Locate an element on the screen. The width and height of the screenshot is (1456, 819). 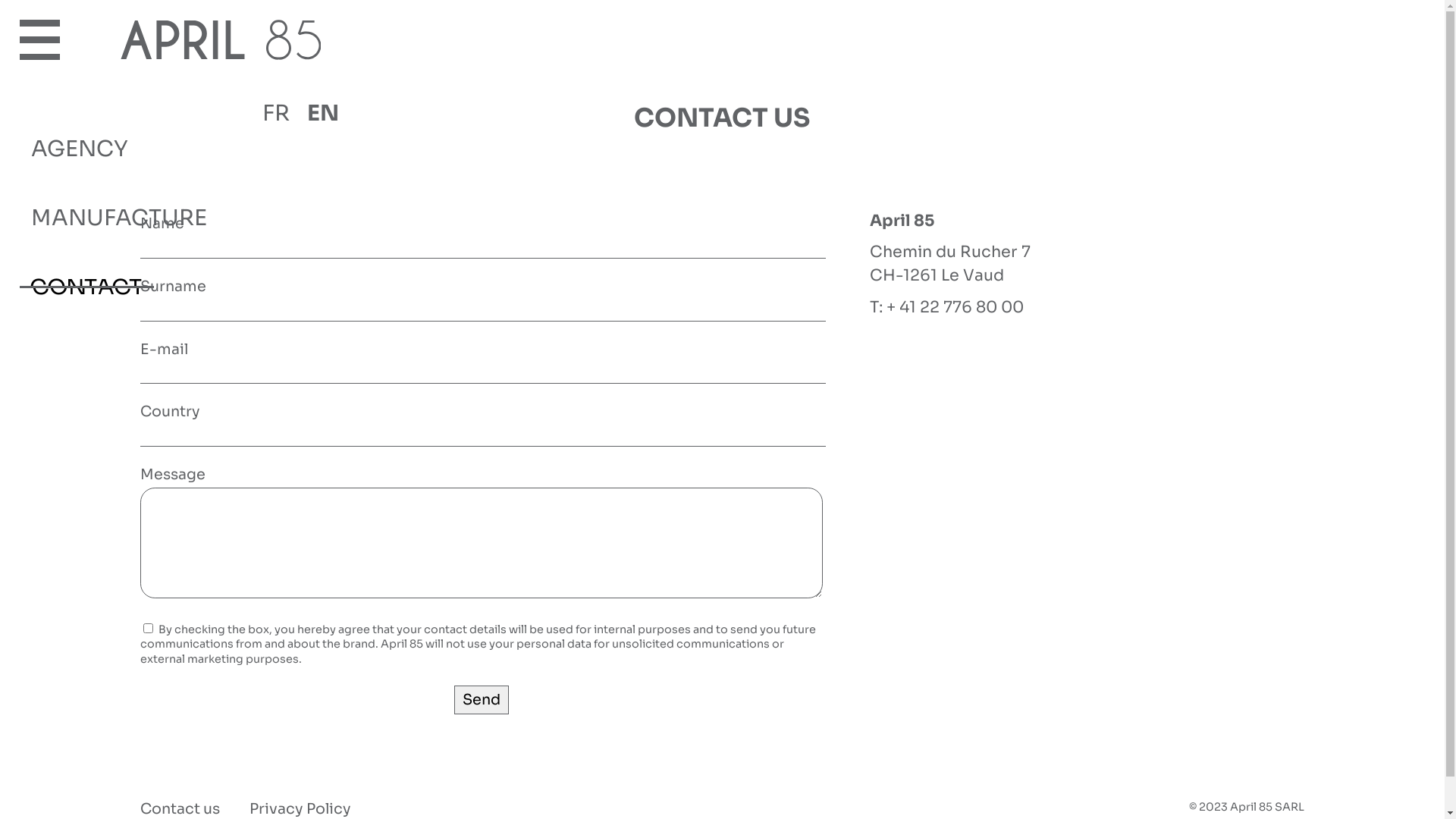
'Send' is located at coordinates (453, 699).